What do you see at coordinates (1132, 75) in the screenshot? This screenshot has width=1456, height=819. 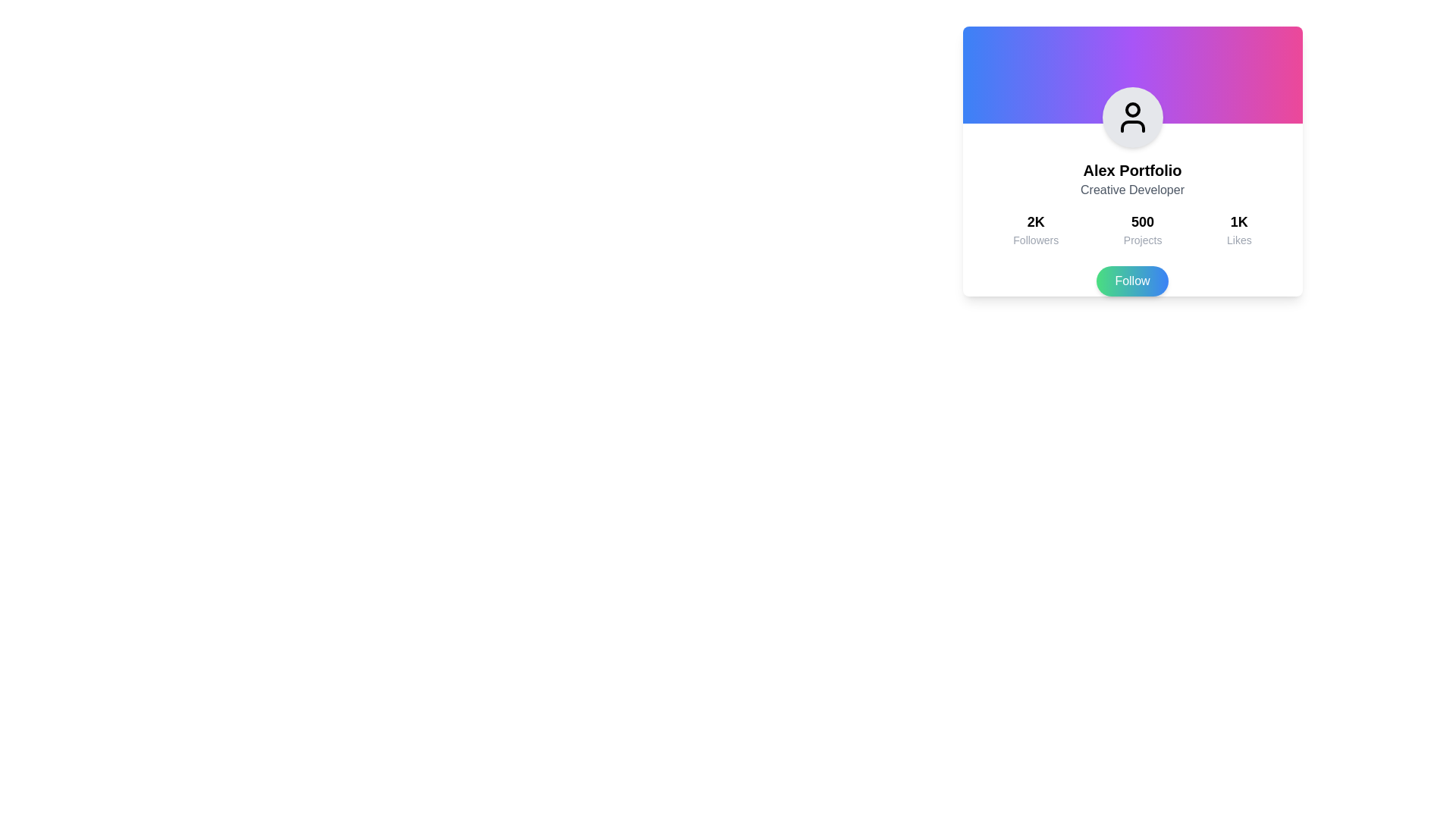 I see `the decorative gradient rectangle at the top of the profile card, which serves as a background element enhancing the visual appeal of the interface` at bounding box center [1132, 75].